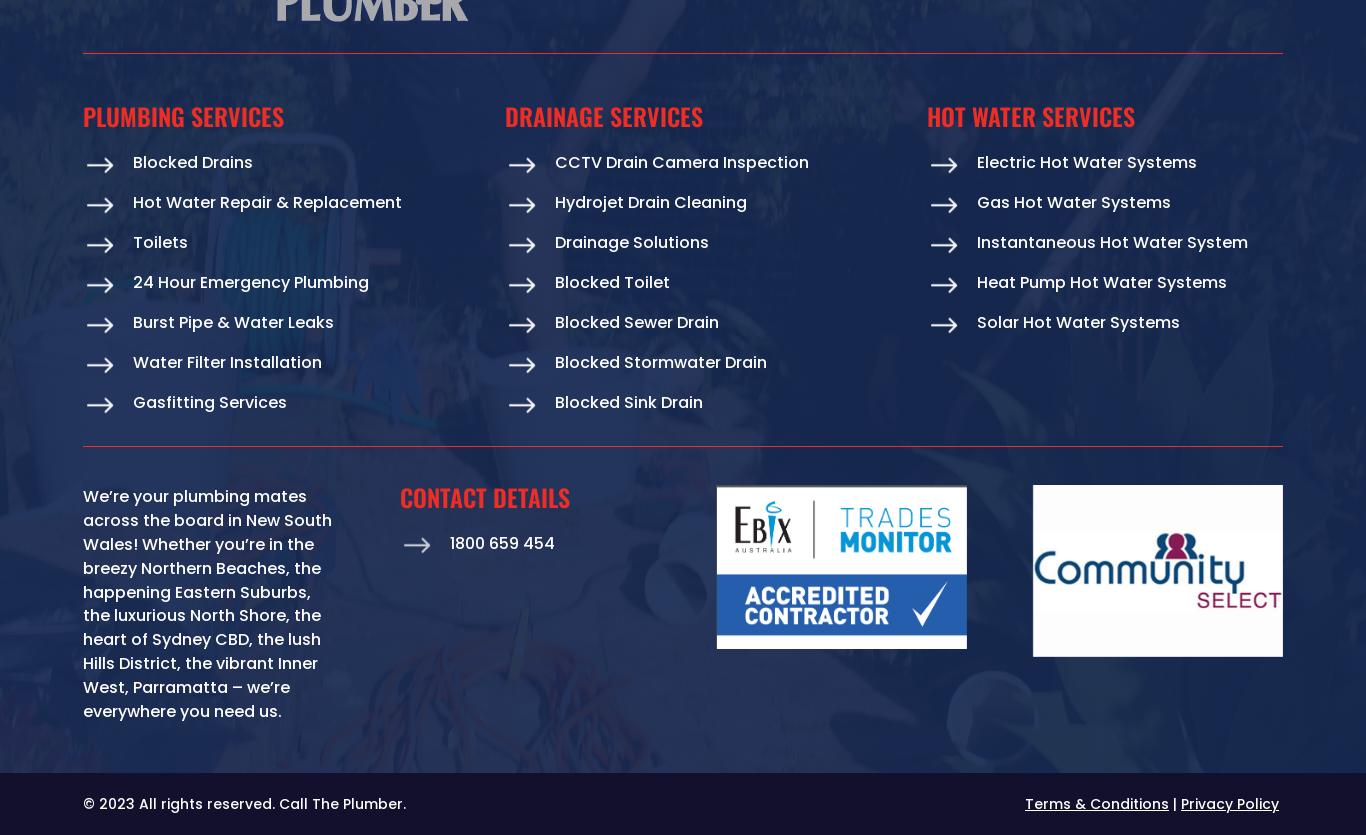  What do you see at coordinates (631, 242) in the screenshot?
I see `'Drainage Solutions'` at bounding box center [631, 242].